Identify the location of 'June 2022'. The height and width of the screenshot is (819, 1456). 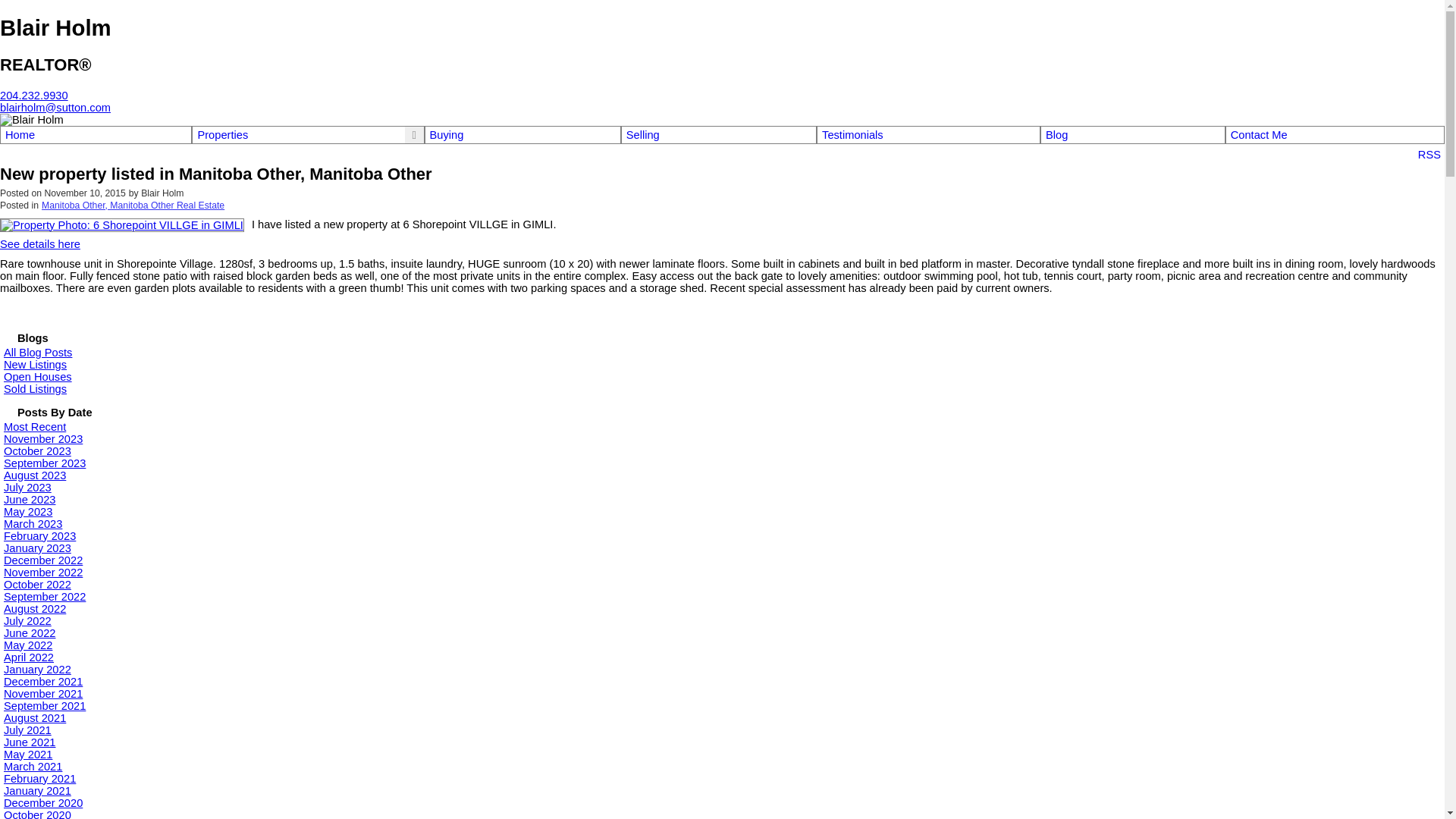
(29, 632).